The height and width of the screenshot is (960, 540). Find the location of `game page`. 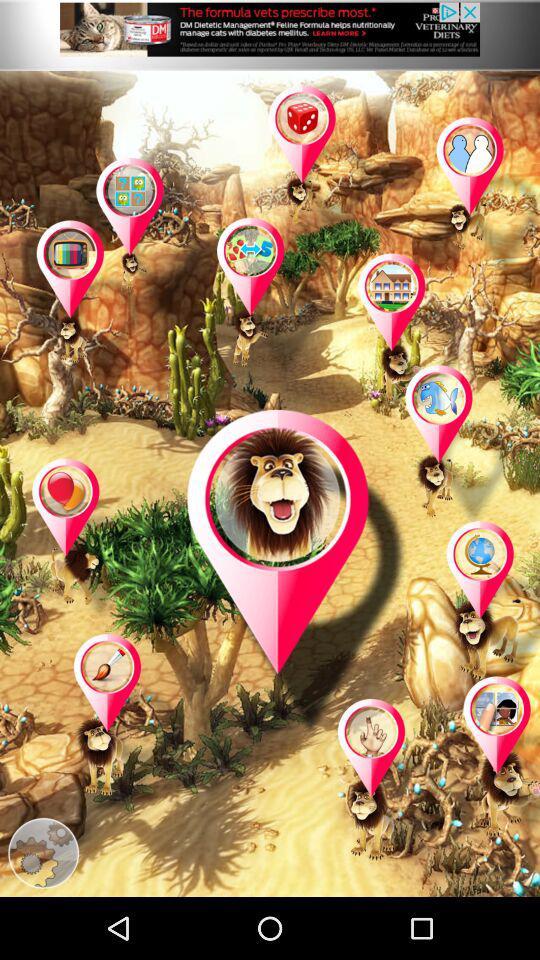

game page is located at coordinates (85, 539).